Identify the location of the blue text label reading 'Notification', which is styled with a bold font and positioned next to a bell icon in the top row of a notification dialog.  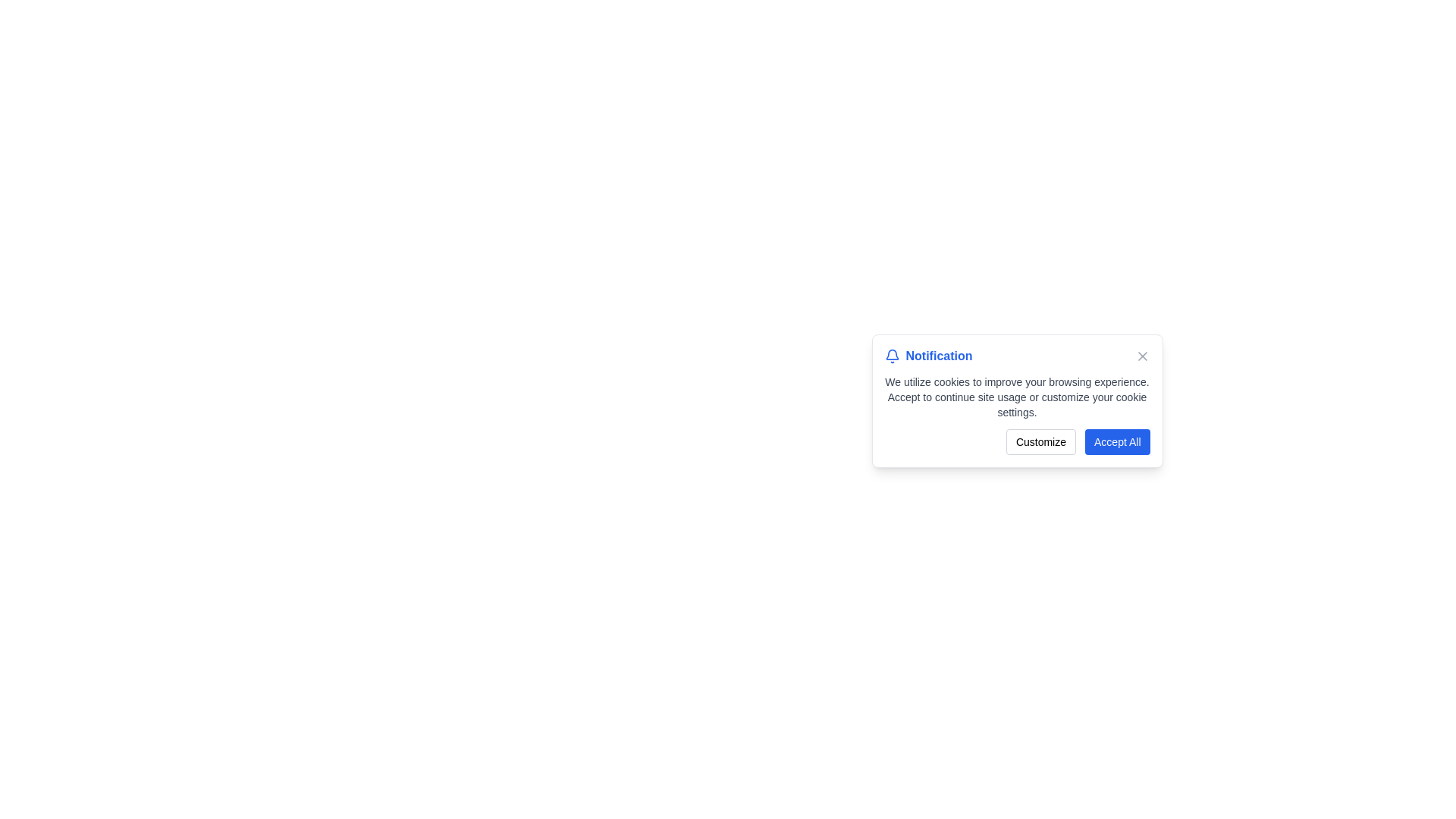
(938, 356).